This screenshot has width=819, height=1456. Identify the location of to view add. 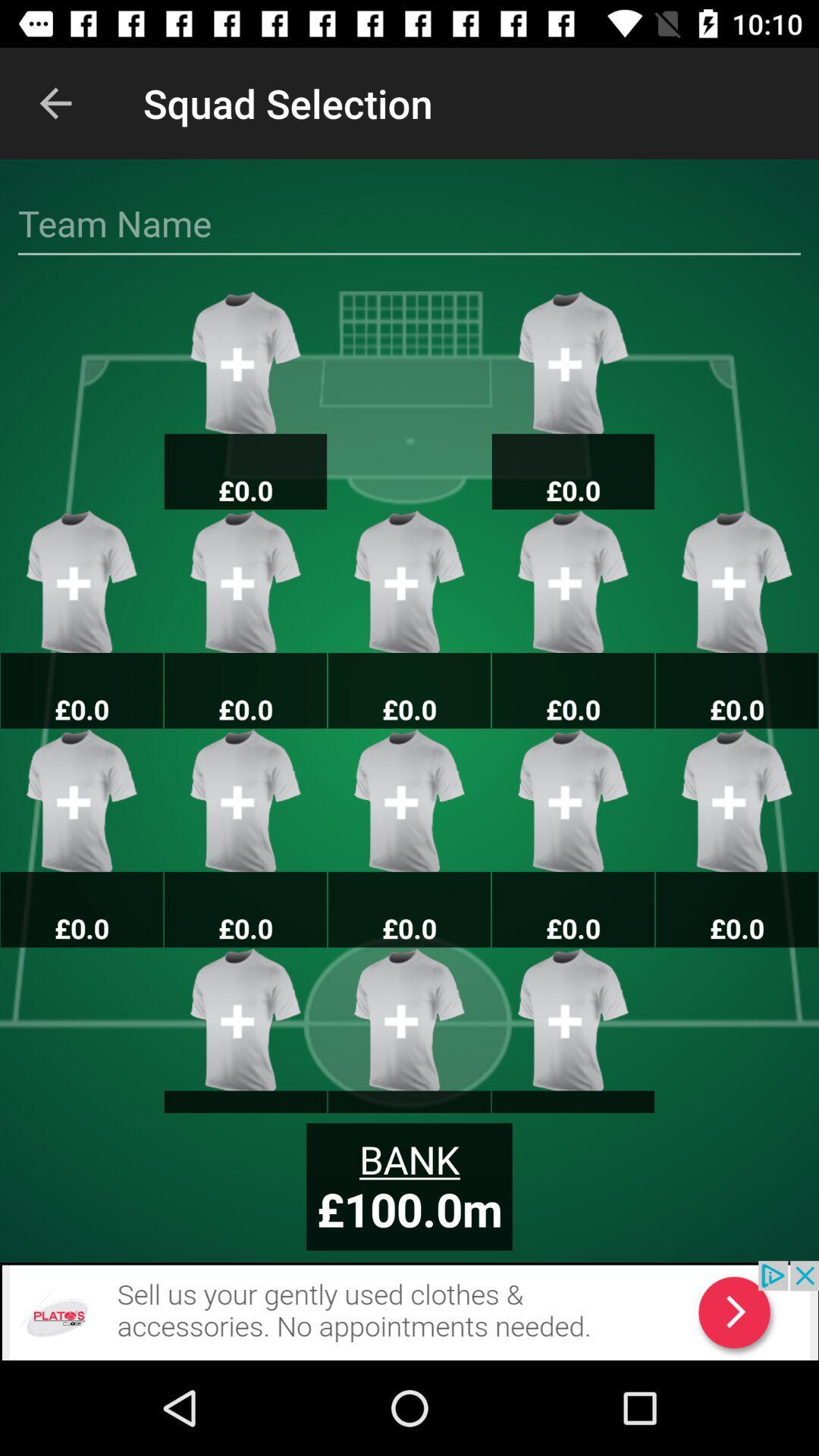
(409, 1310).